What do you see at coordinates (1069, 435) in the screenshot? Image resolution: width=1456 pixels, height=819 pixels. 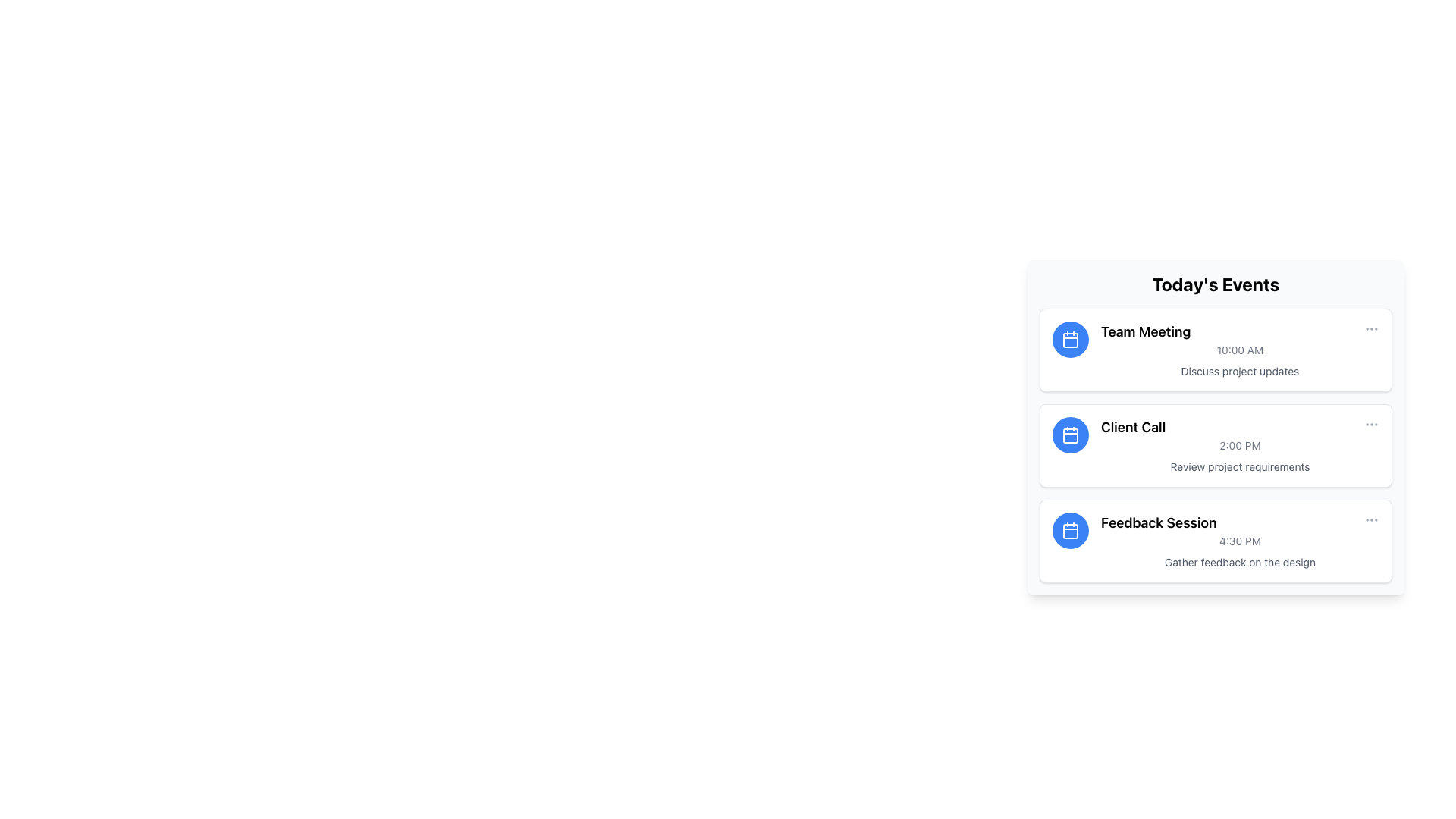 I see `the calendar icon representing the 'Client Call' event, which is located between the 'Team Meeting' and 'Feedback Session' in the vertical list of events` at bounding box center [1069, 435].